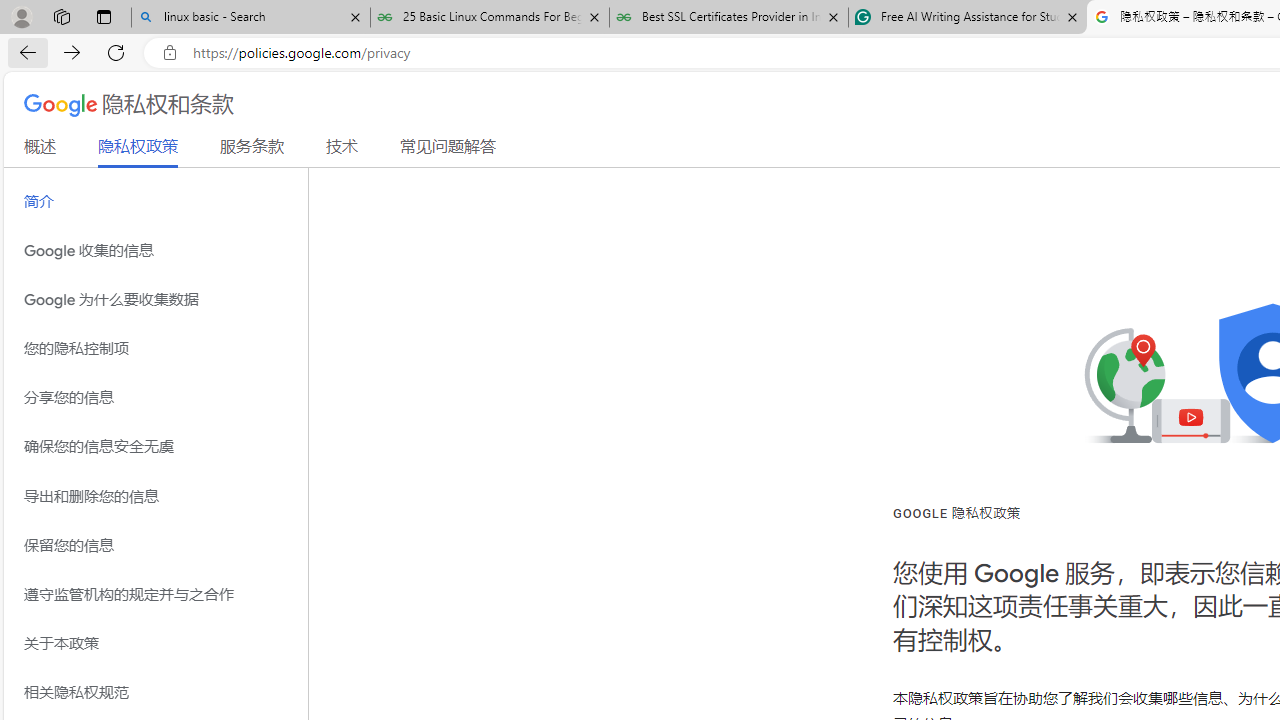 This screenshot has height=720, width=1280. What do you see at coordinates (728, 17) in the screenshot?
I see `'Best SSL Certificates Provider in India - GeeksforGeeks'` at bounding box center [728, 17].